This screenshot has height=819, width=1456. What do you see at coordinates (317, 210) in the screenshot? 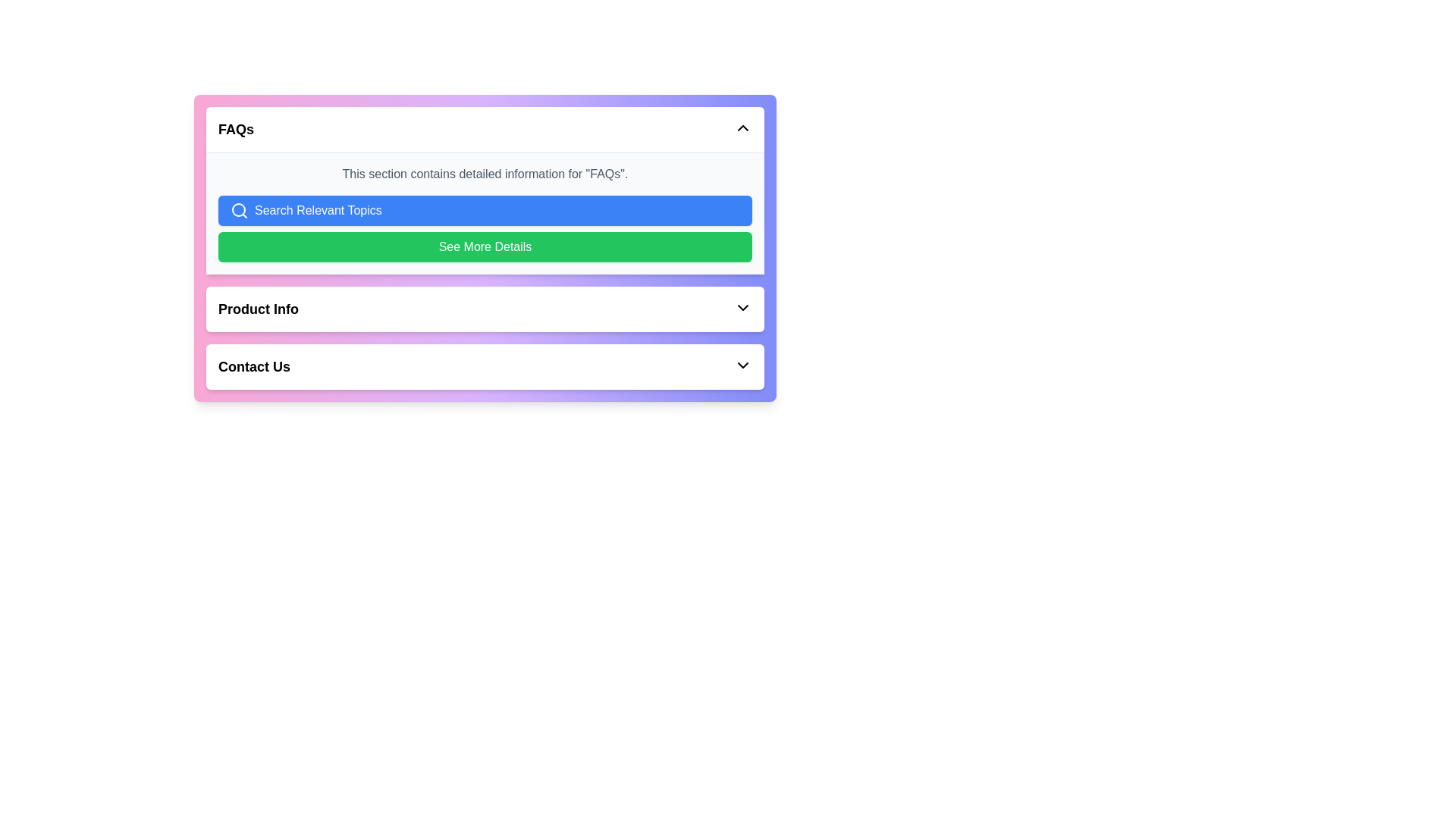
I see `text label that says 'Search Relevant Topics' within the blue button located below the 'FAQs' section header` at bounding box center [317, 210].